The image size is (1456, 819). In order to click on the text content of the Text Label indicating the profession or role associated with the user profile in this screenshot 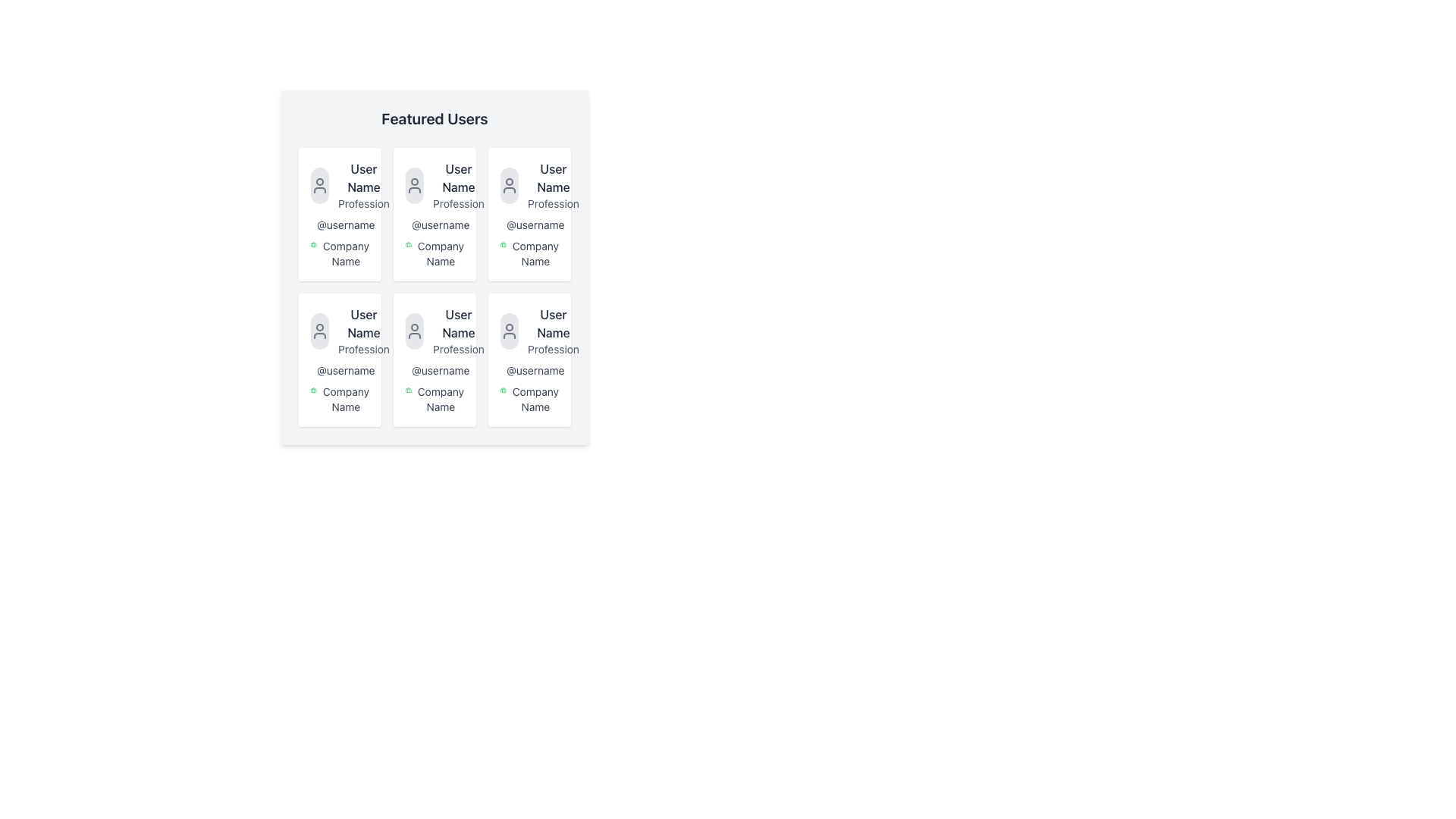, I will do `click(364, 203)`.